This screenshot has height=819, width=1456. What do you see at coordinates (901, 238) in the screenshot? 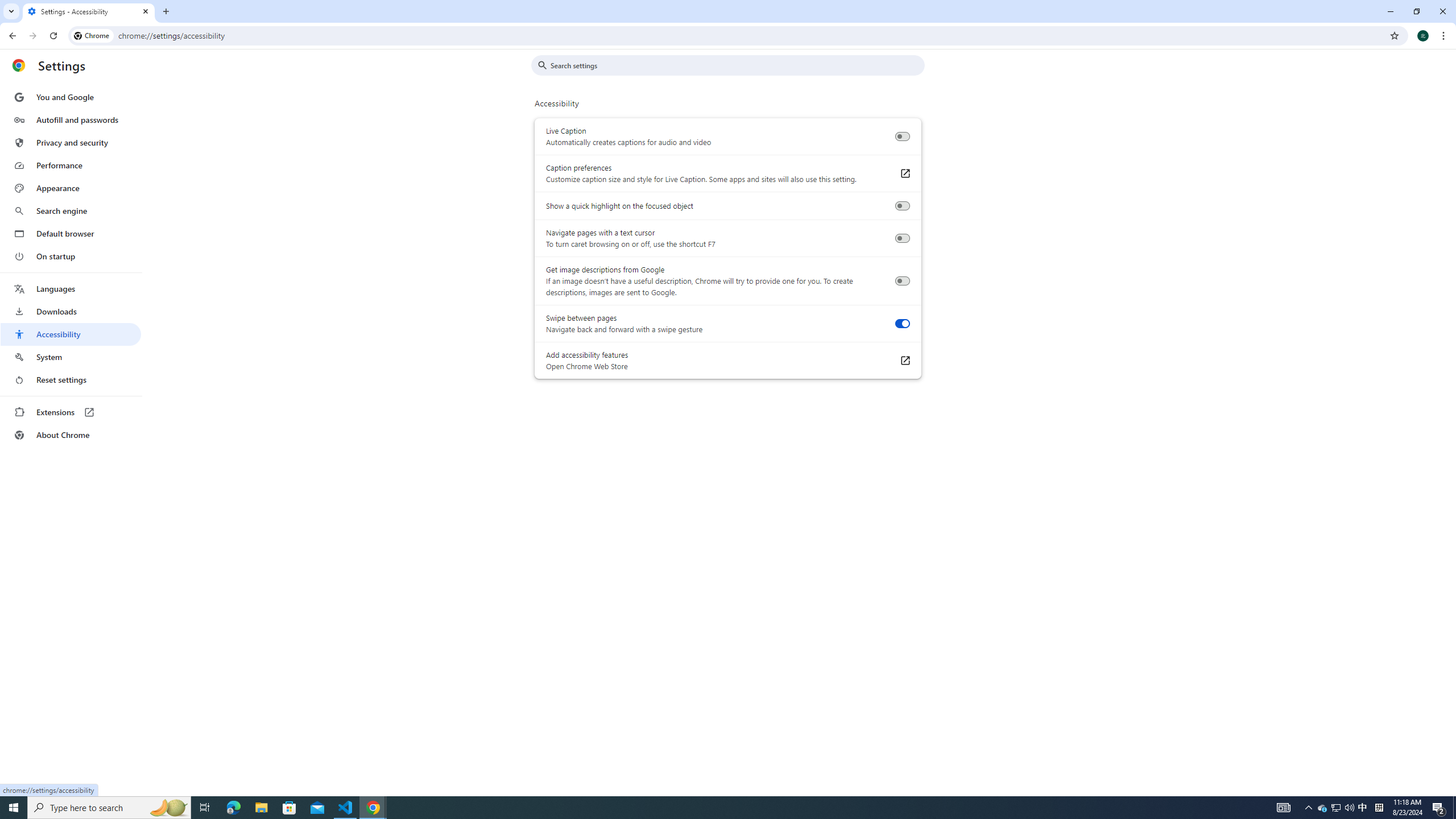
I see `'Navigate pages with a text cursor'` at bounding box center [901, 238].